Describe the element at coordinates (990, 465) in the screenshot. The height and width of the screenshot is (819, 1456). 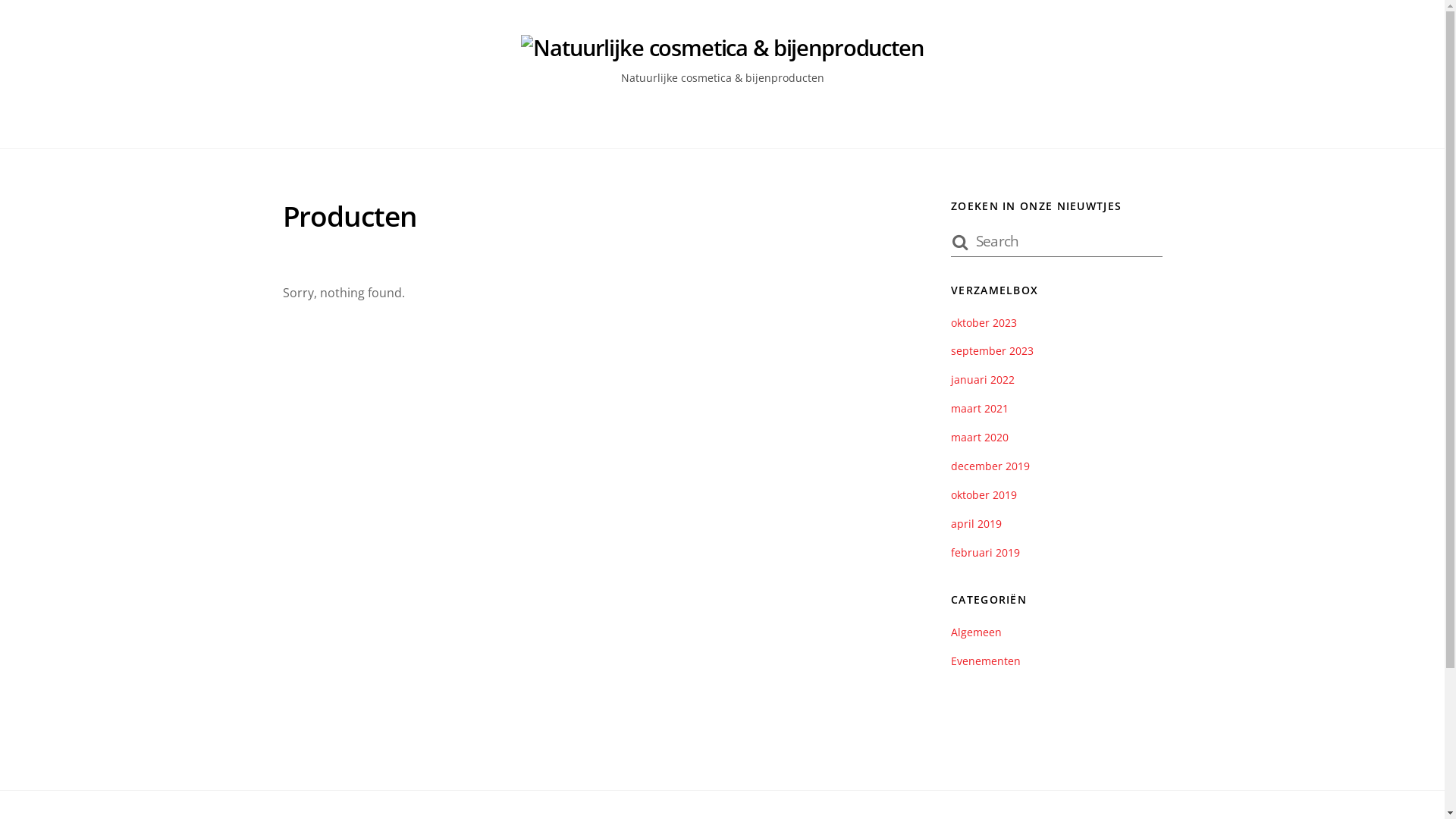
I see `'december 2019'` at that location.